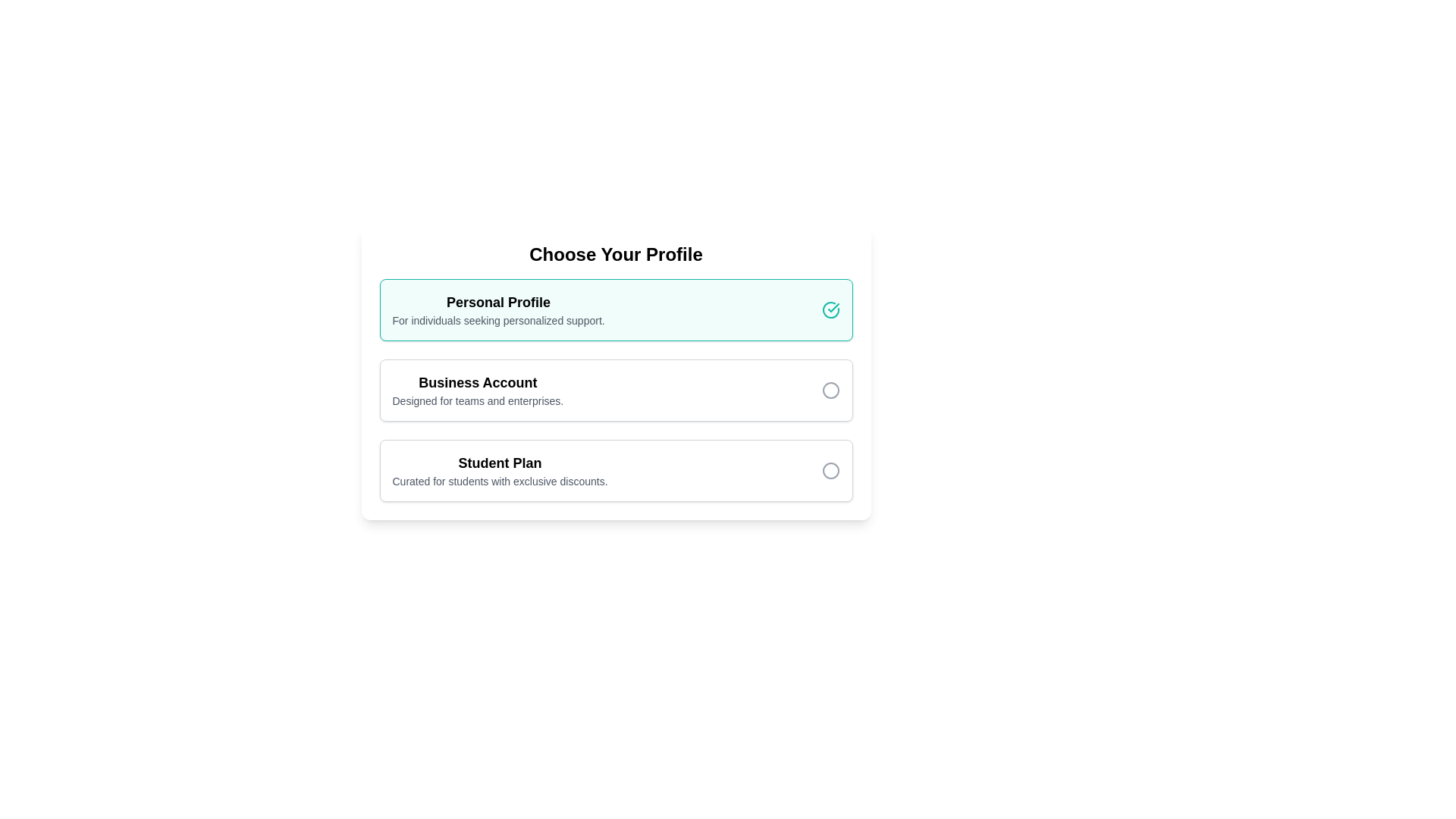 This screenshot has height=819, width=1456. Describe the element at coordinates (500, 462) in the screenshot. I see `text label that serves as the title for the 'Student Plan' option, which is centrally positioned within the option's bounding box` at that location.